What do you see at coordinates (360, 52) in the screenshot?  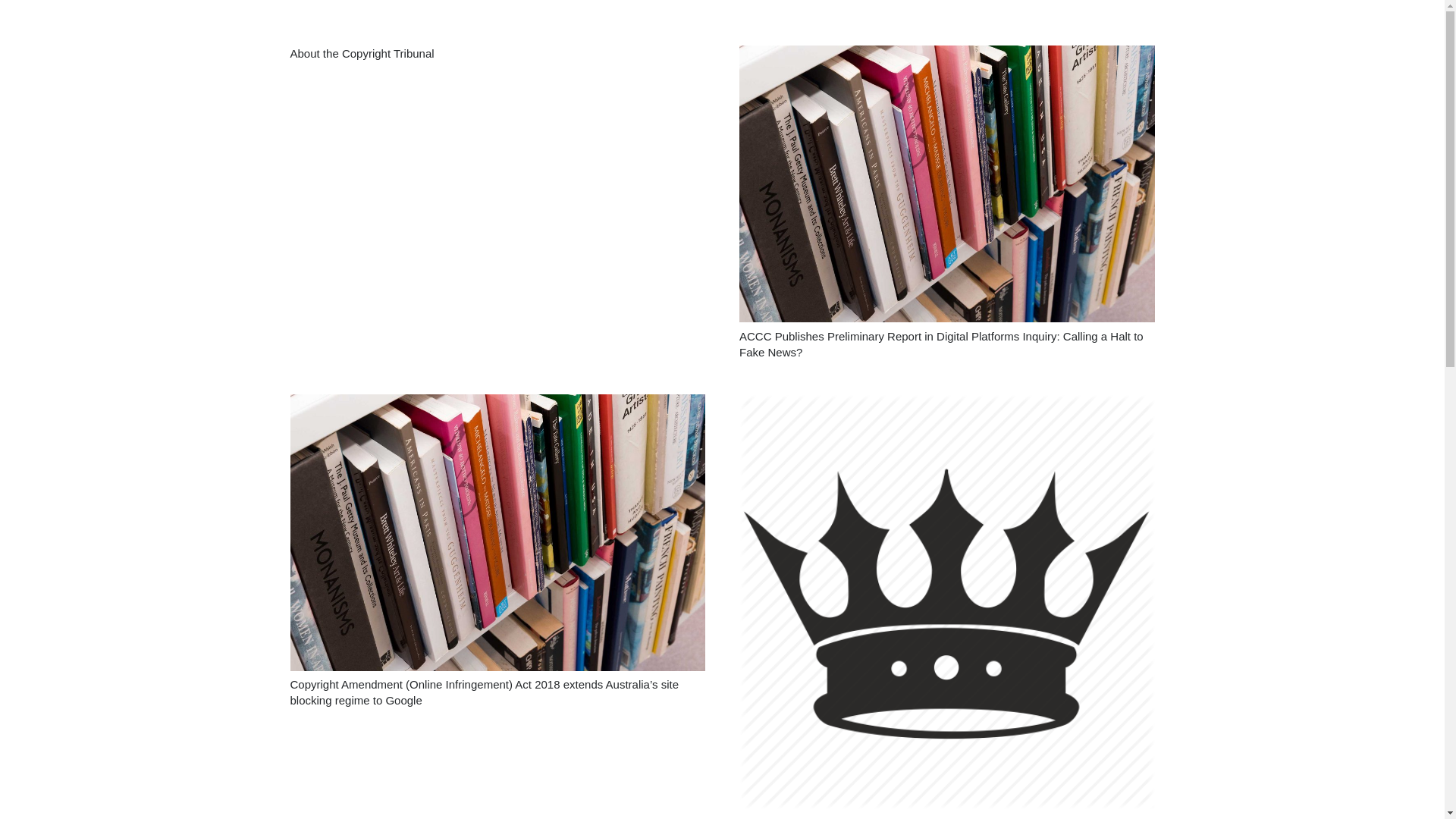 I see `'About the Copyright Tribunal'` at bounding box center [360, 52].